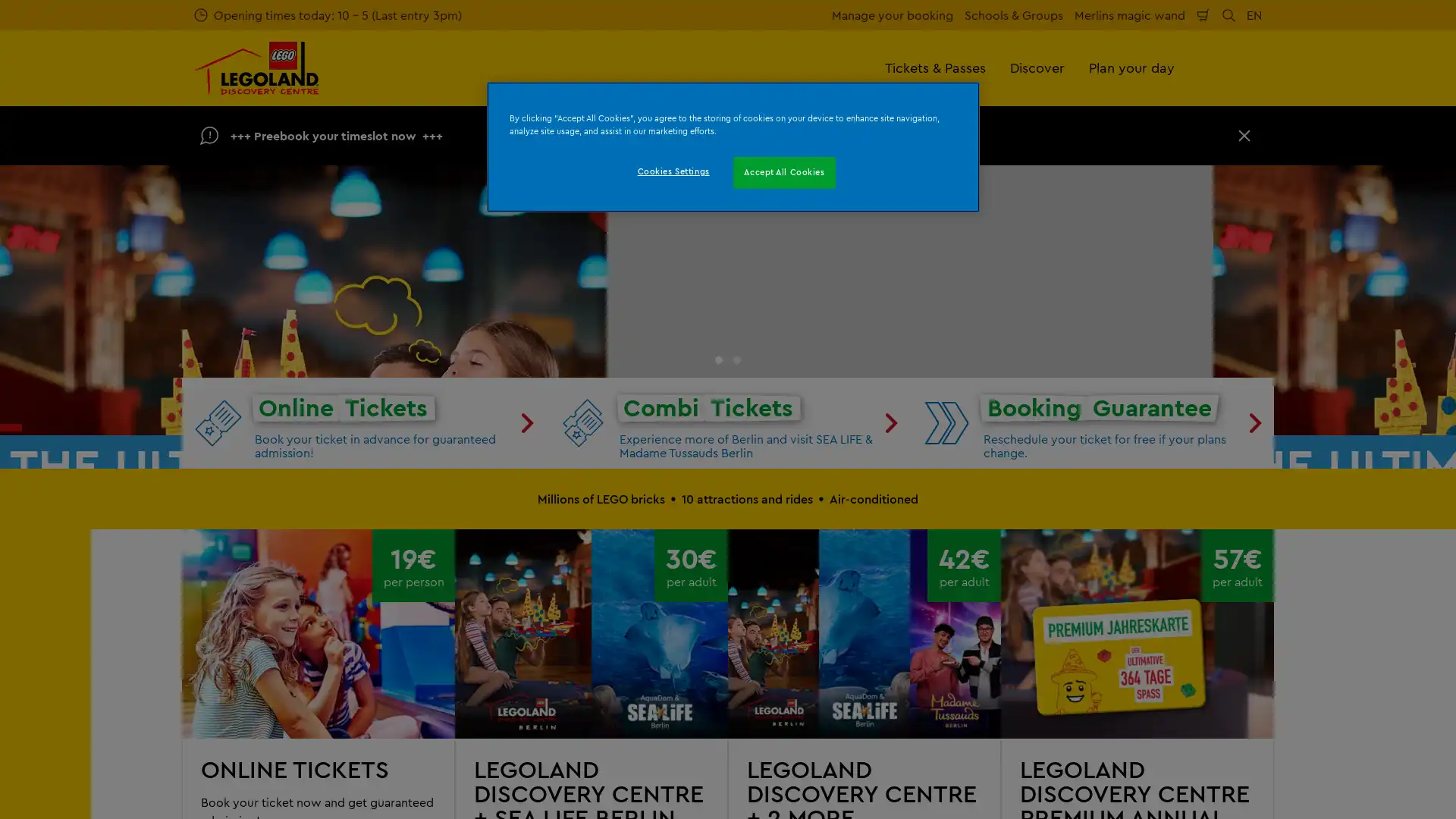 The width and height of the screenshot is (1456, 819). I want to click on Plan your day, so click(1131, 67).